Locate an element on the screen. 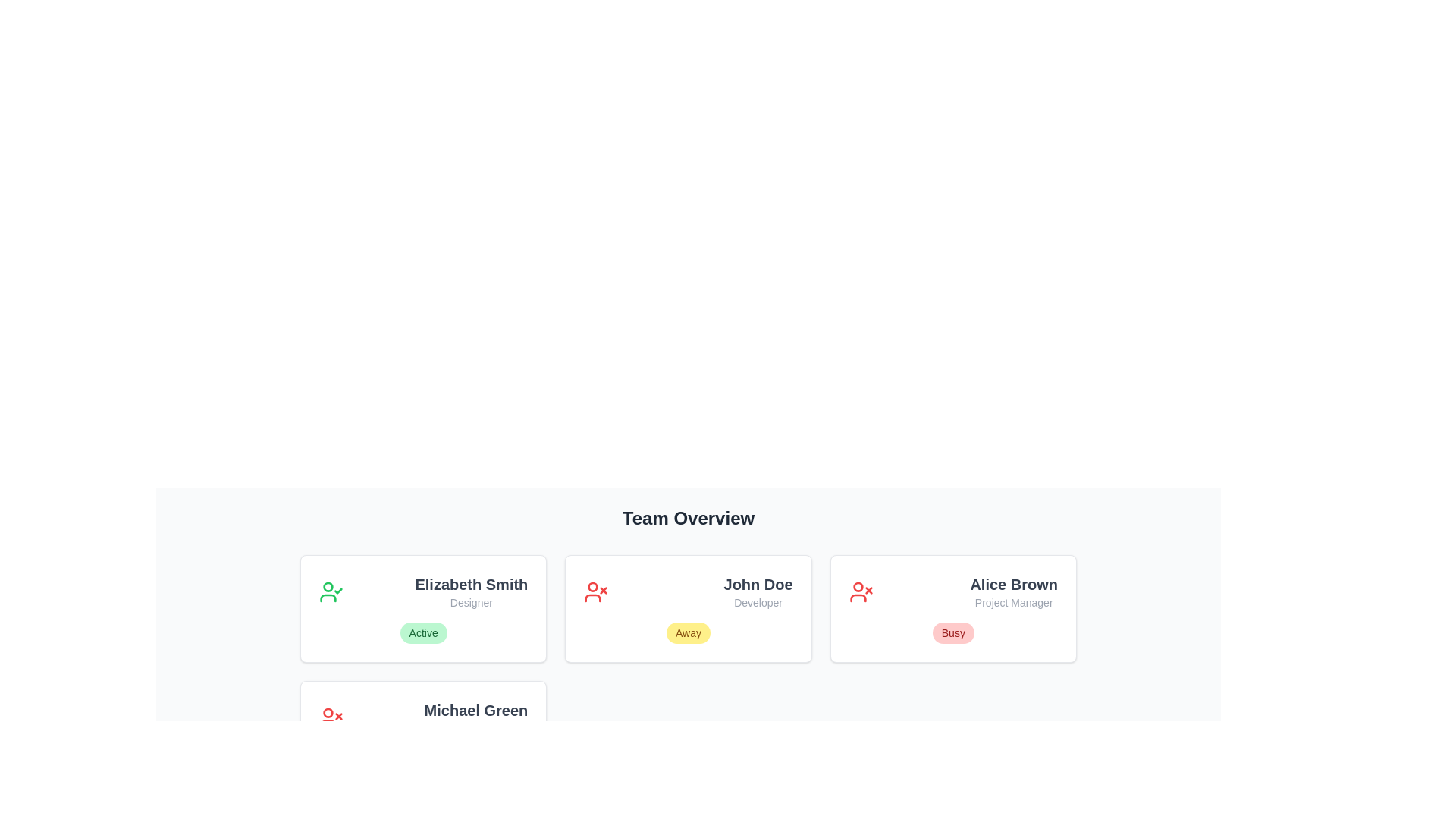 This screenshot has height=819, width=1456. the decorative circular shape within the user icon representing 'Michael Green' located at the top-left corner of the card is located at coordinates (327, 713).